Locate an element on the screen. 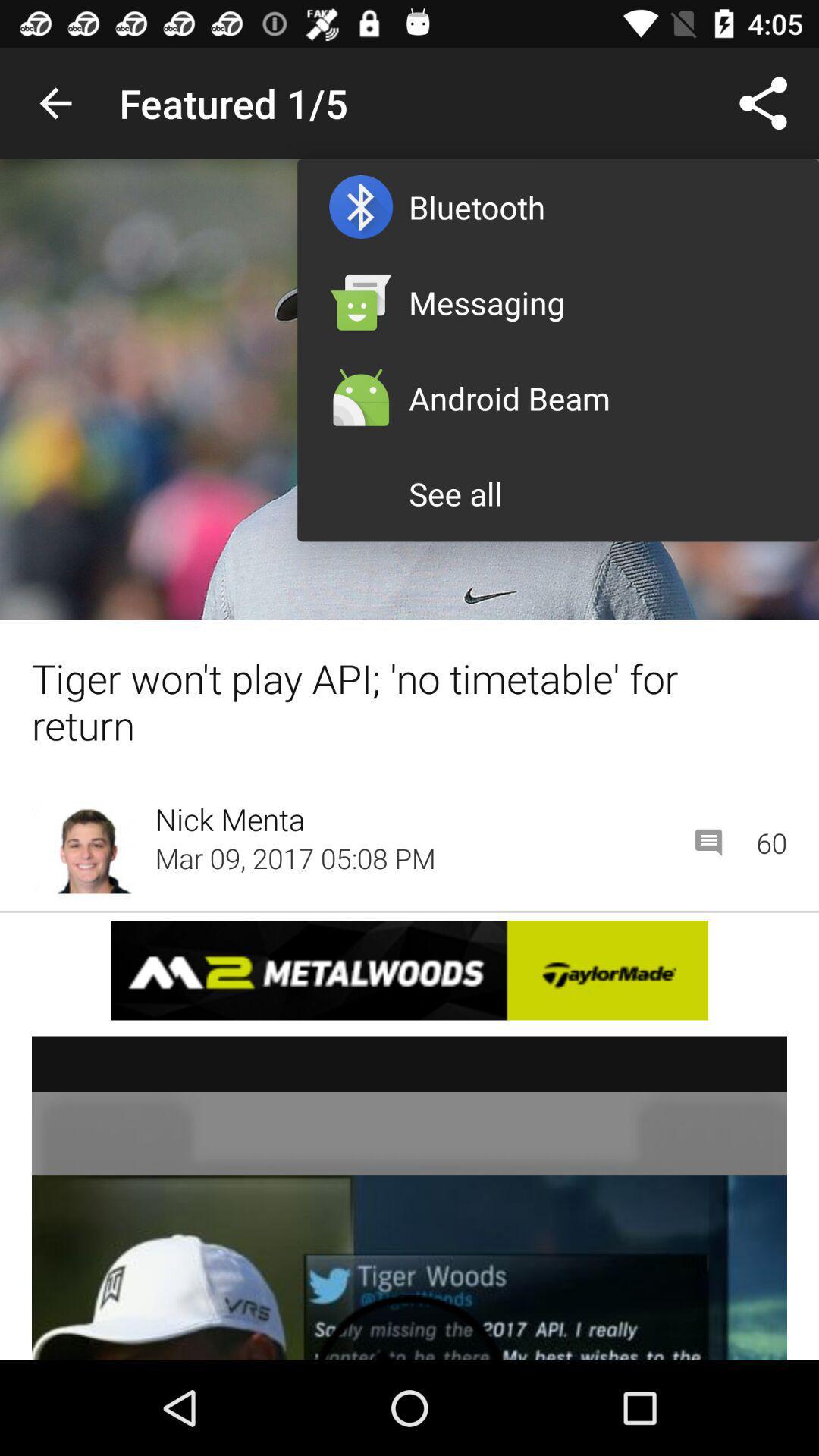 The width and height of the screenshot is (819, 1456). advertisement page is located at coordinates (409, 969).